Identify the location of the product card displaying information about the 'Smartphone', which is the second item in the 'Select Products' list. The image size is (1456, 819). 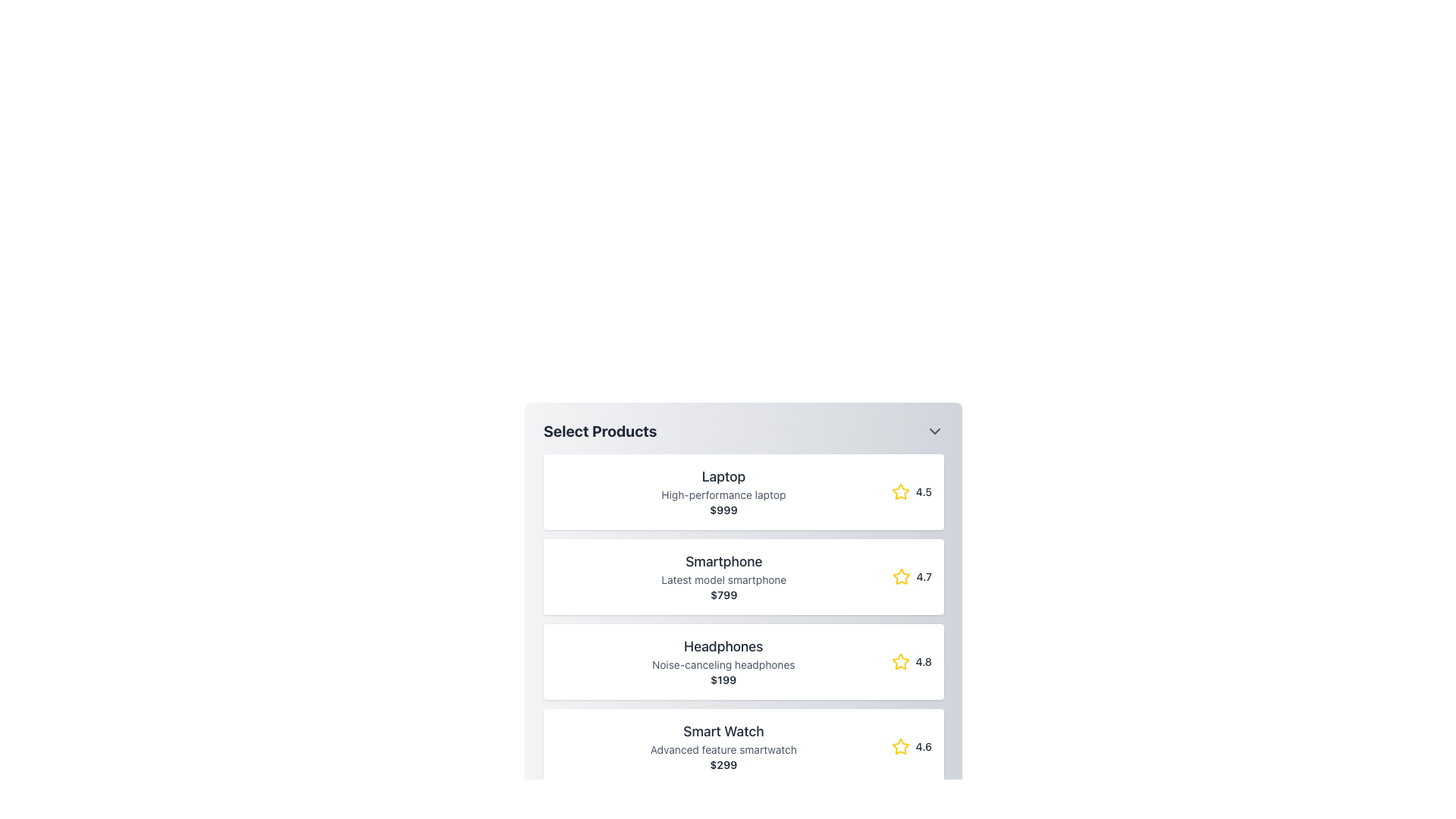
(743, 576).